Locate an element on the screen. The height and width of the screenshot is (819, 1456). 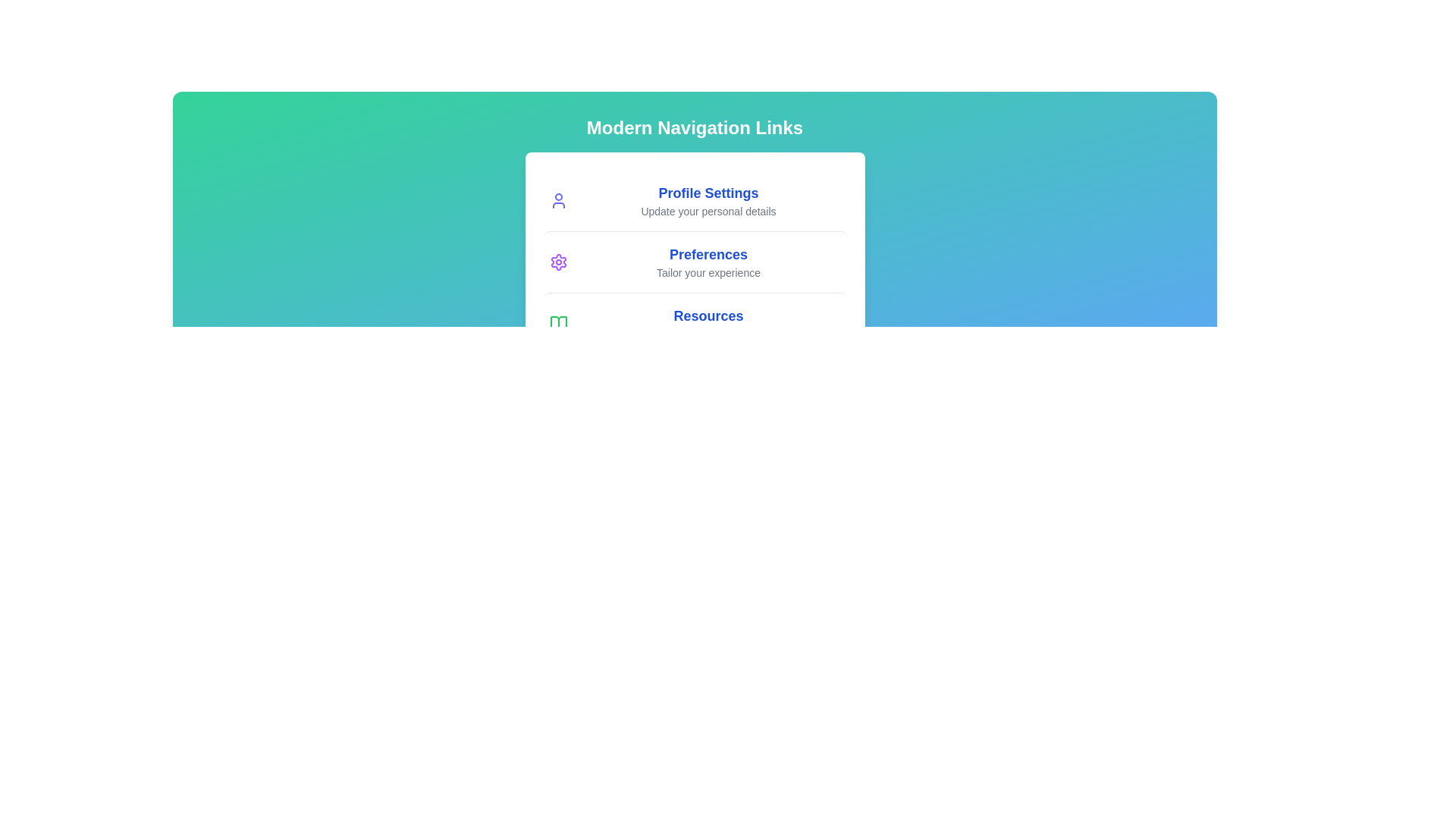
the first Navigation link item in the vertical navigation menu under 'Modern Navigation Links' is located at coordinates (694, 200).